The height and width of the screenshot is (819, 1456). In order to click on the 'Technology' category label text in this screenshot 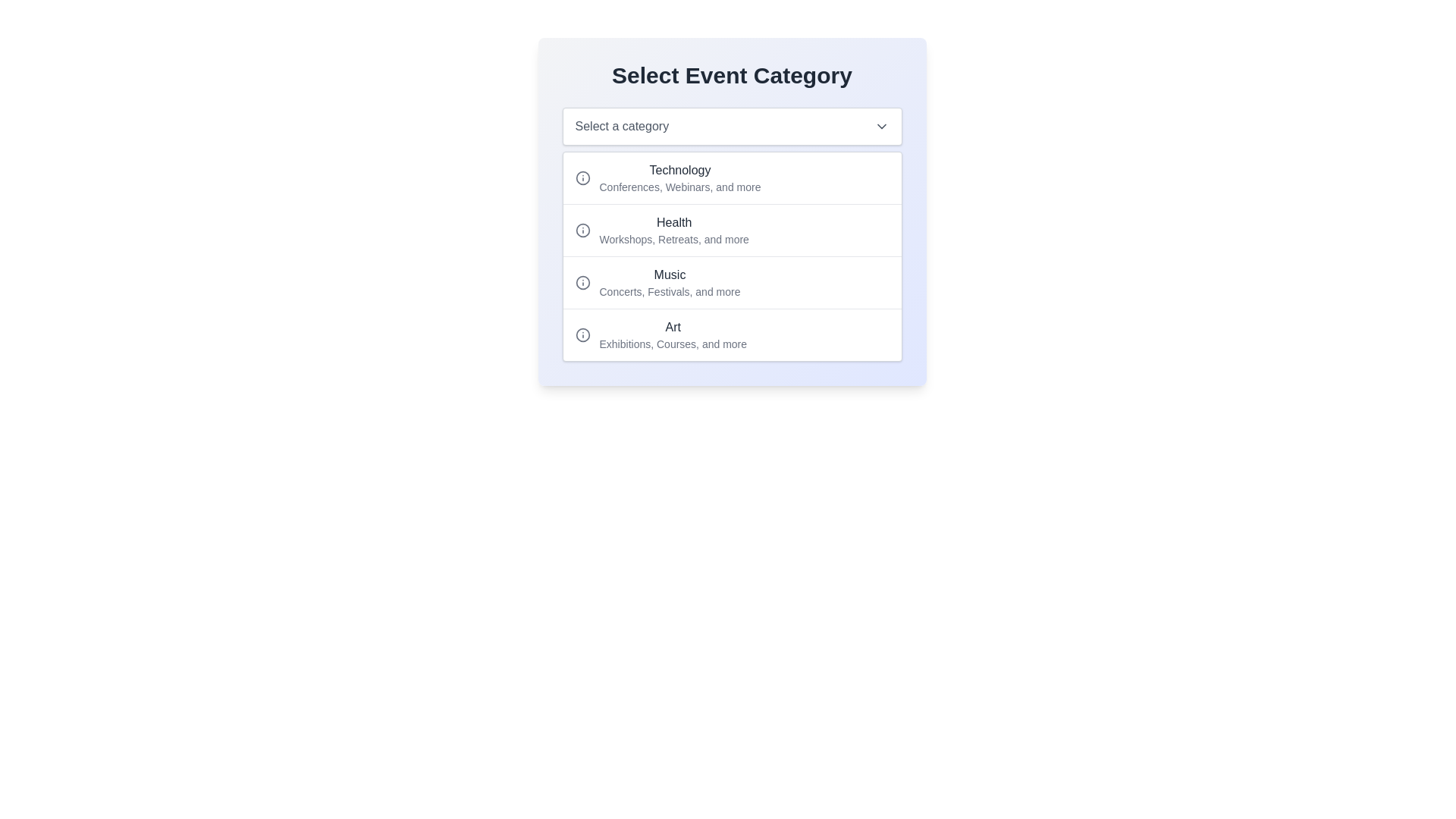, I will do `click(679, 177)`.